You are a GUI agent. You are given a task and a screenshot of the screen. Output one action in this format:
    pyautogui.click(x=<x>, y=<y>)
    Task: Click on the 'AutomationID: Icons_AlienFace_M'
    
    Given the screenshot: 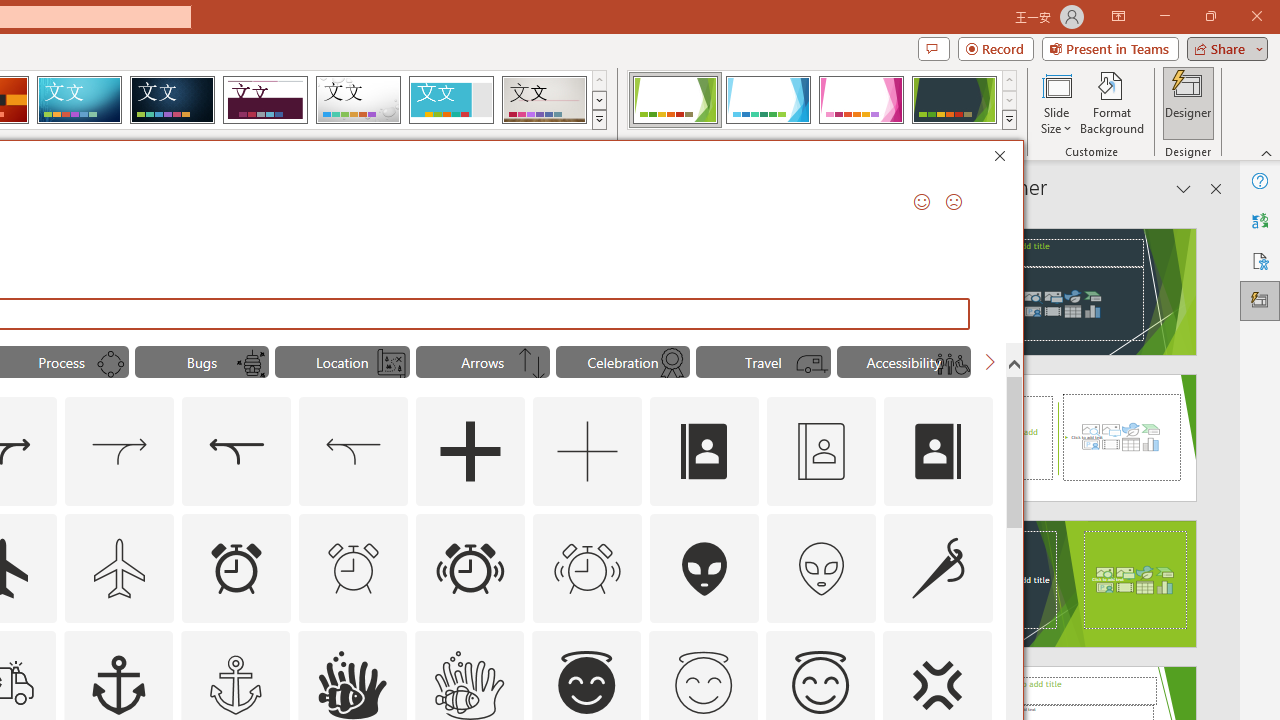 What is the action you would take?
    pyautogui.click(x=821, y=568)
    